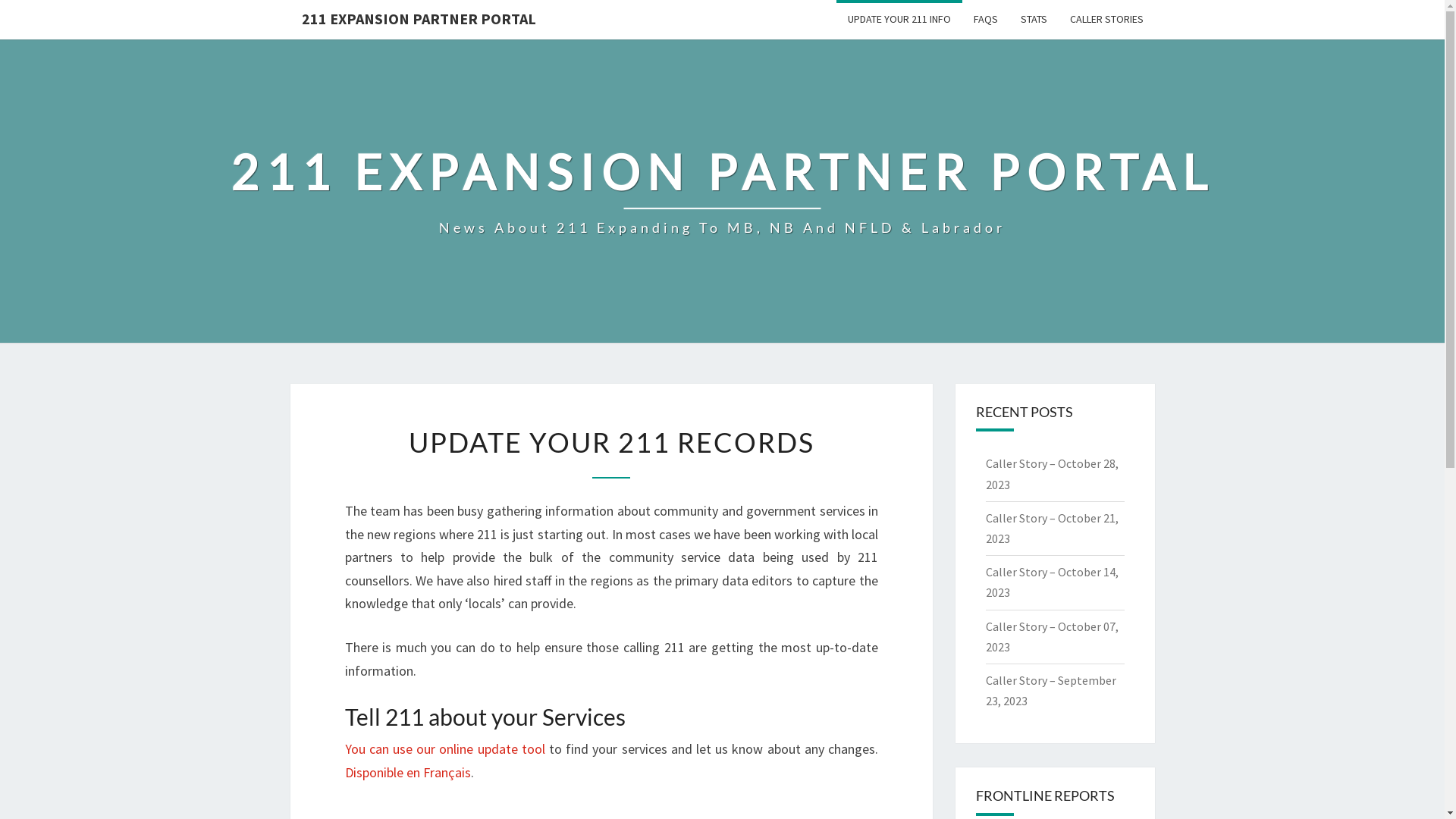 Image resolution: width=1456 pixels, height=819 pixels. What do you see at coordinates (431, 772) in the screenshot?
I see `'r'` at bounding box center [431, 772].